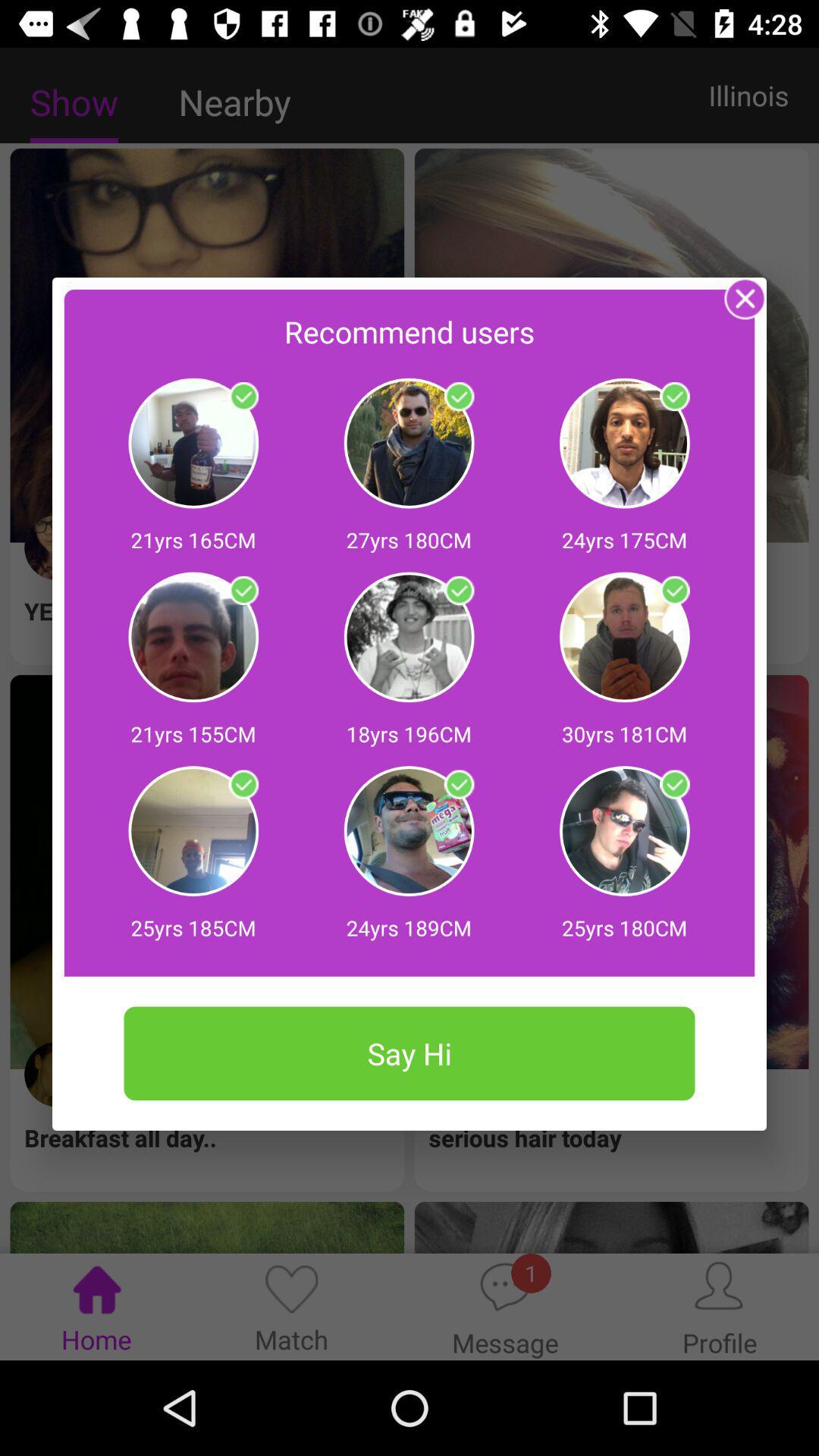  Describe the element at coordinates (458, 397) in the screenshot. I see `profile` at that location.